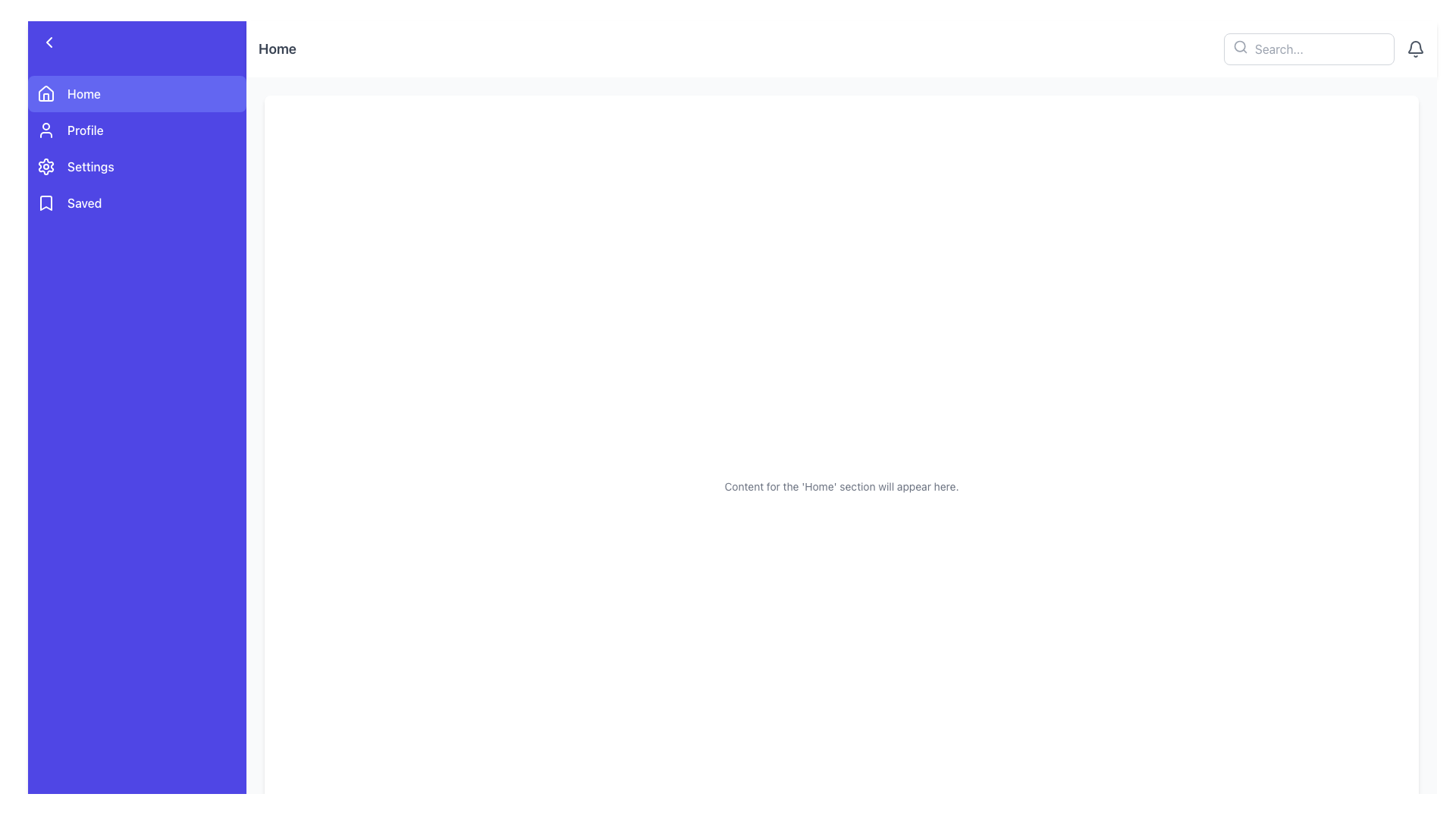 Image resolution: width=1456 pixels, height=819 pixels. Describe the element at coordinates (1415, 49) in the screenshot. I see `the bell icon at the top-right corner of the interface` at that location.